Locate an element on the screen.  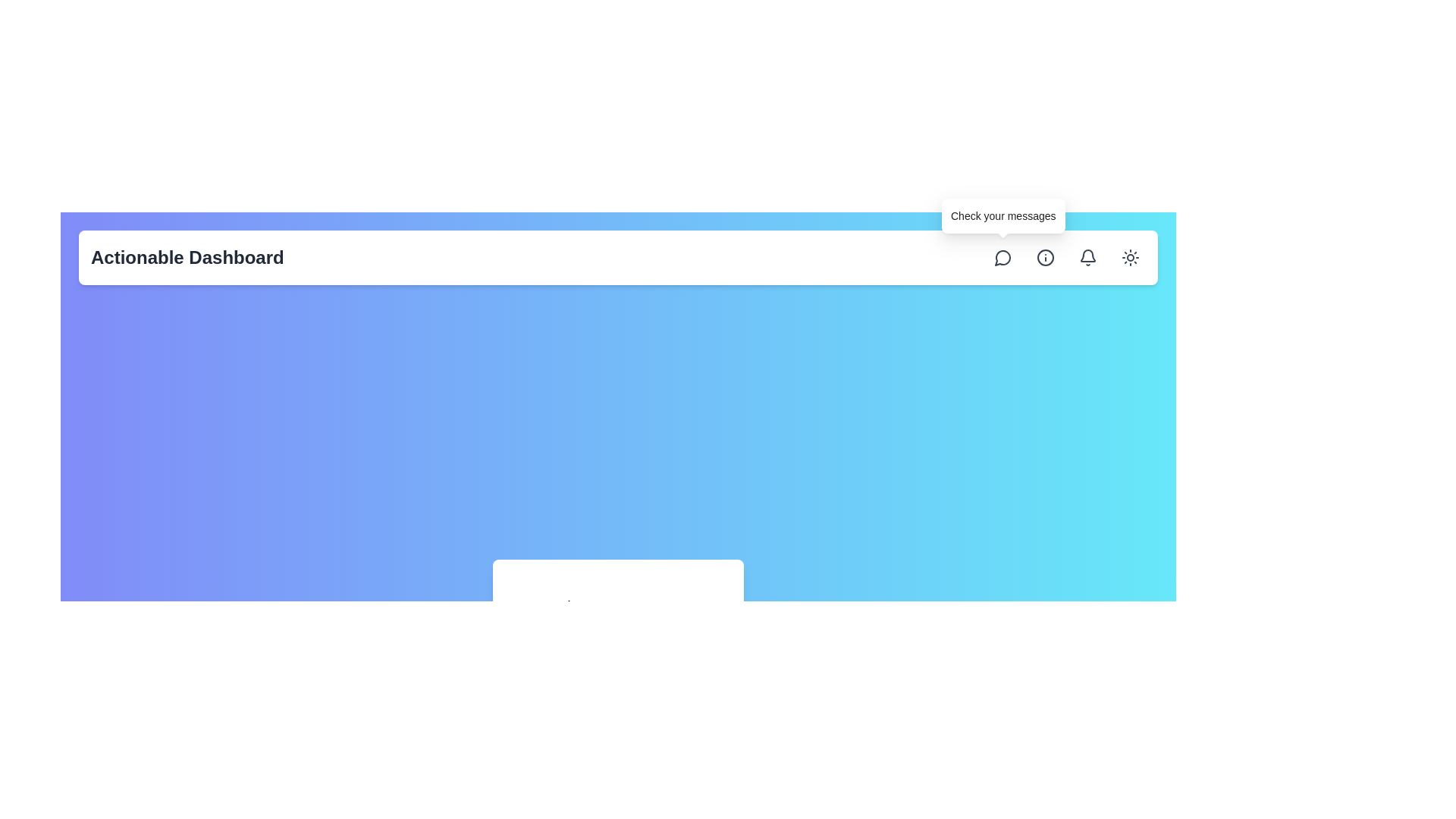
the sun-shaped icon located on the right side of the horizontal toolbar is located at coordinates (1131, 256).